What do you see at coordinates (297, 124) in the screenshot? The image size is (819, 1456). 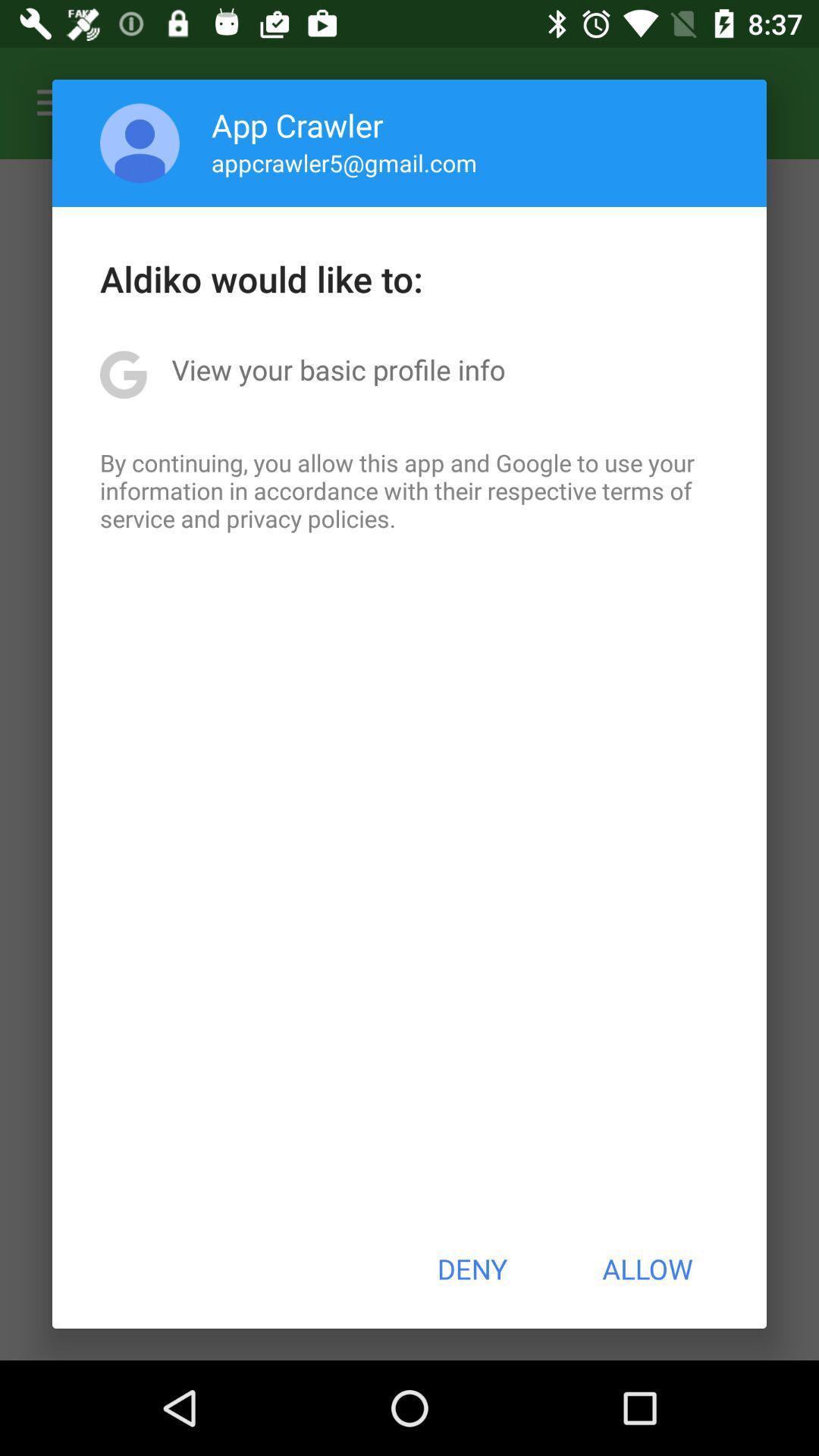 I see `the item above appcrawler5@gmail.com` at bounding box center [297, 124].